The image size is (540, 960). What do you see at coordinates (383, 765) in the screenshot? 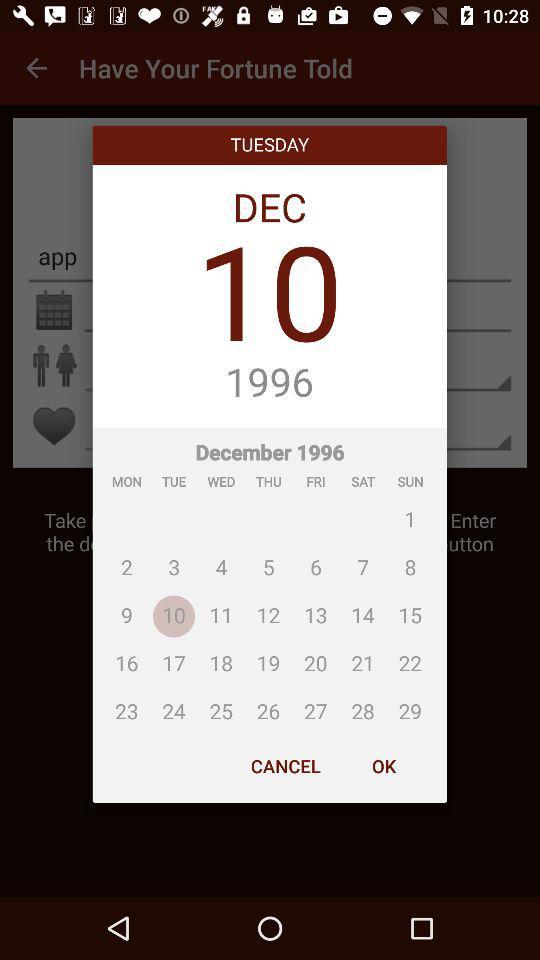
I see `ok item` at bounding box center [383, 765].